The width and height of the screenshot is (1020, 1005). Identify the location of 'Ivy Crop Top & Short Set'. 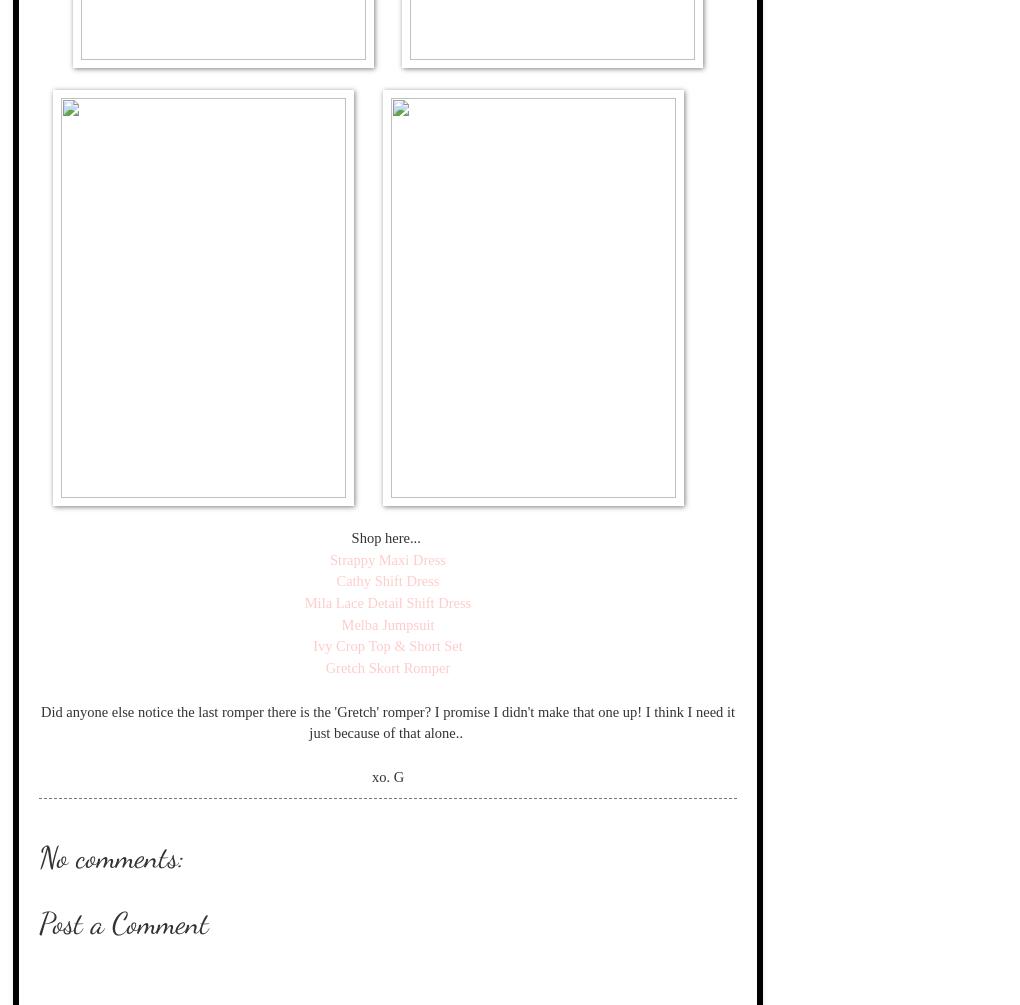
(313, 645).